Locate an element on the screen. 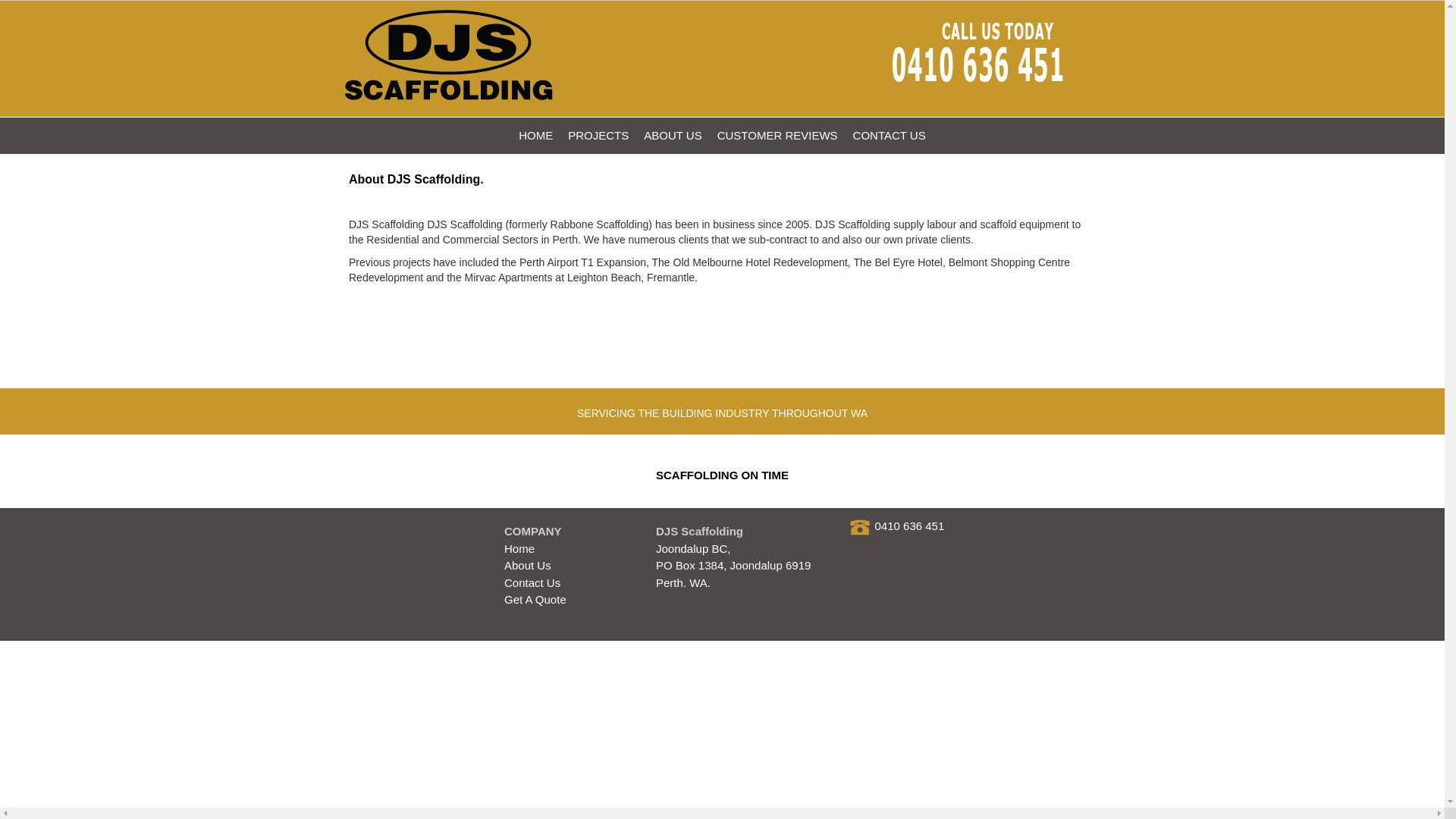 The height and width of the screenshot is (819, 1456). 'PROJECTS' is located at coordinates (597, 134).